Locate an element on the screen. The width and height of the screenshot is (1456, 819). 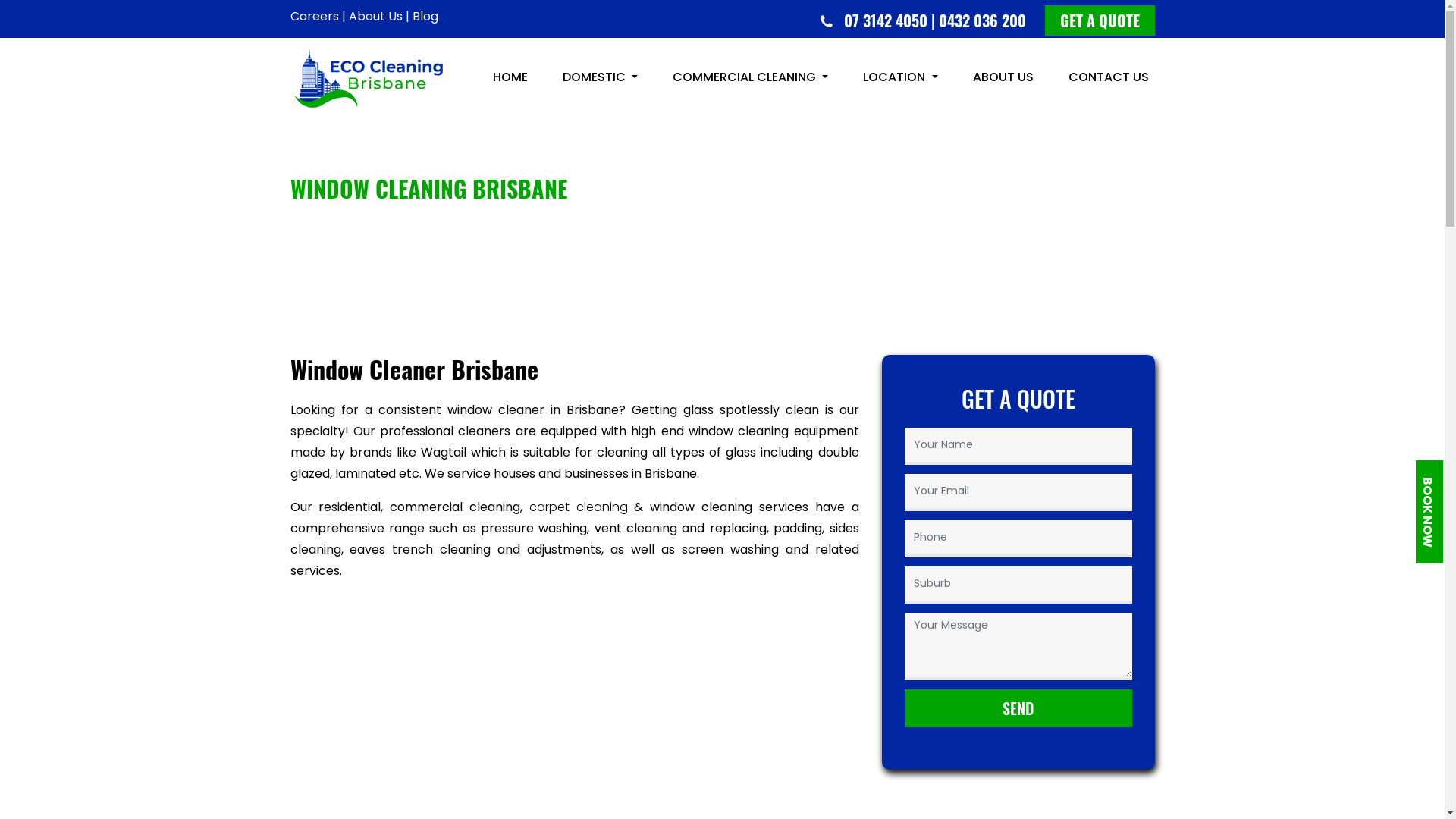
'Careers |' is located at coordinates (316, 16).